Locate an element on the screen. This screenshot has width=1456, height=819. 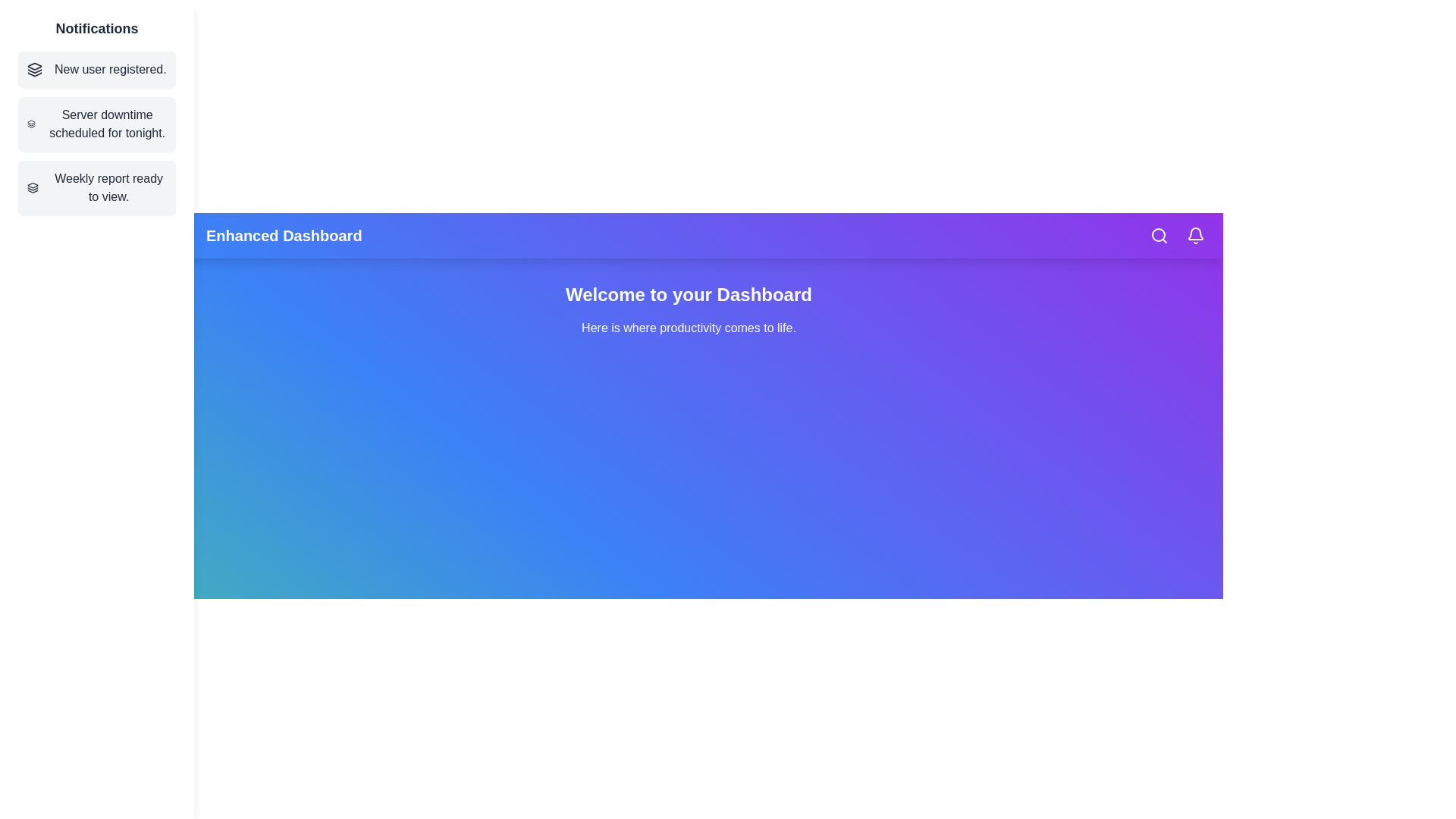
the notification labeled 'Server downtime scheduled for tonight.' in the sidebar is located at coordinates (96, 124).